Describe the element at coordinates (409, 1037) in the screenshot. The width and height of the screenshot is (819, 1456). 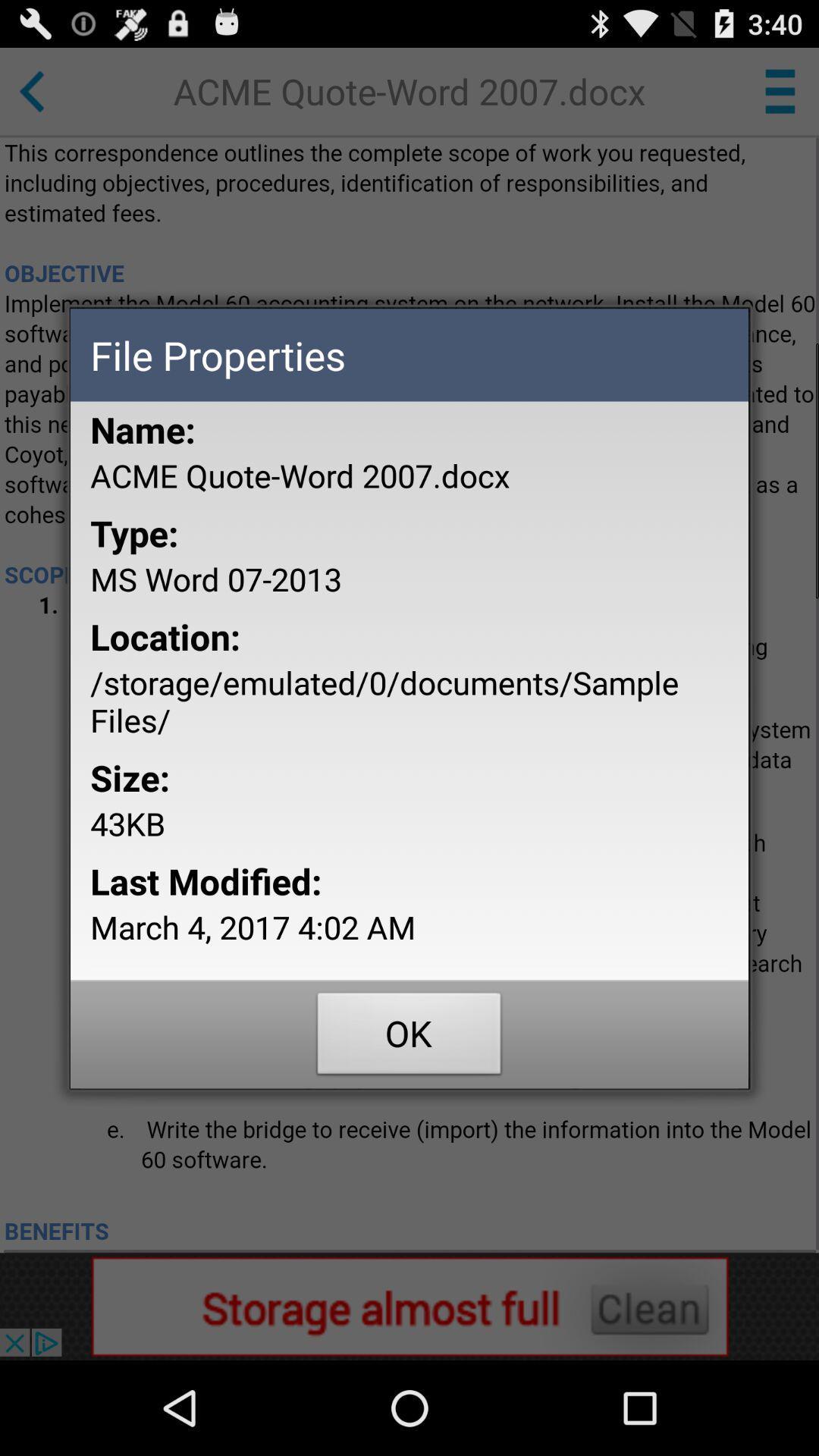
I see `the item at the bottom` at that location.